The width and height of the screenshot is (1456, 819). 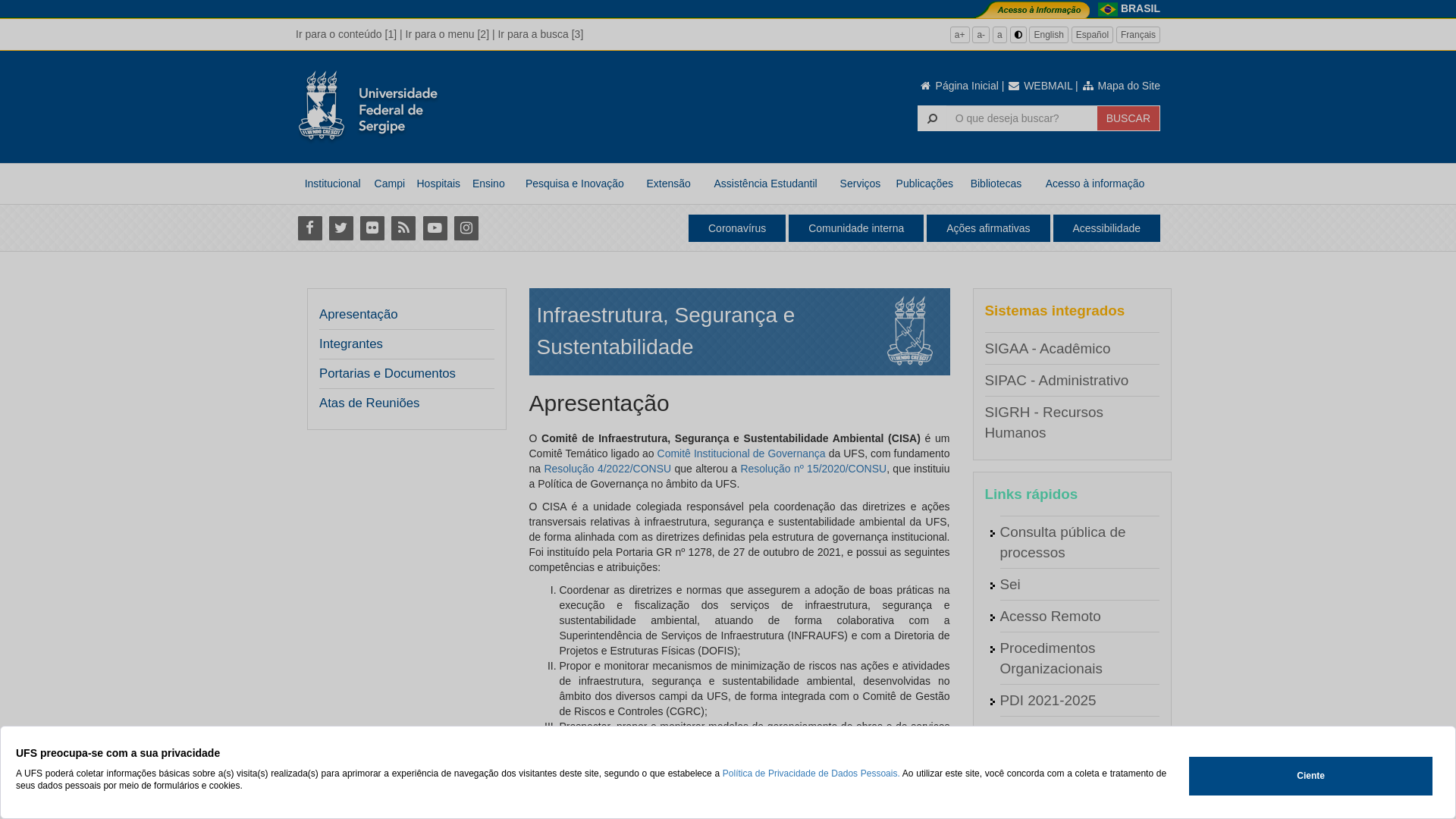 What do you see at coordinates (437, 183) in the screenshot?
I see `'Hospitais'` at bounding box center [437, 183].